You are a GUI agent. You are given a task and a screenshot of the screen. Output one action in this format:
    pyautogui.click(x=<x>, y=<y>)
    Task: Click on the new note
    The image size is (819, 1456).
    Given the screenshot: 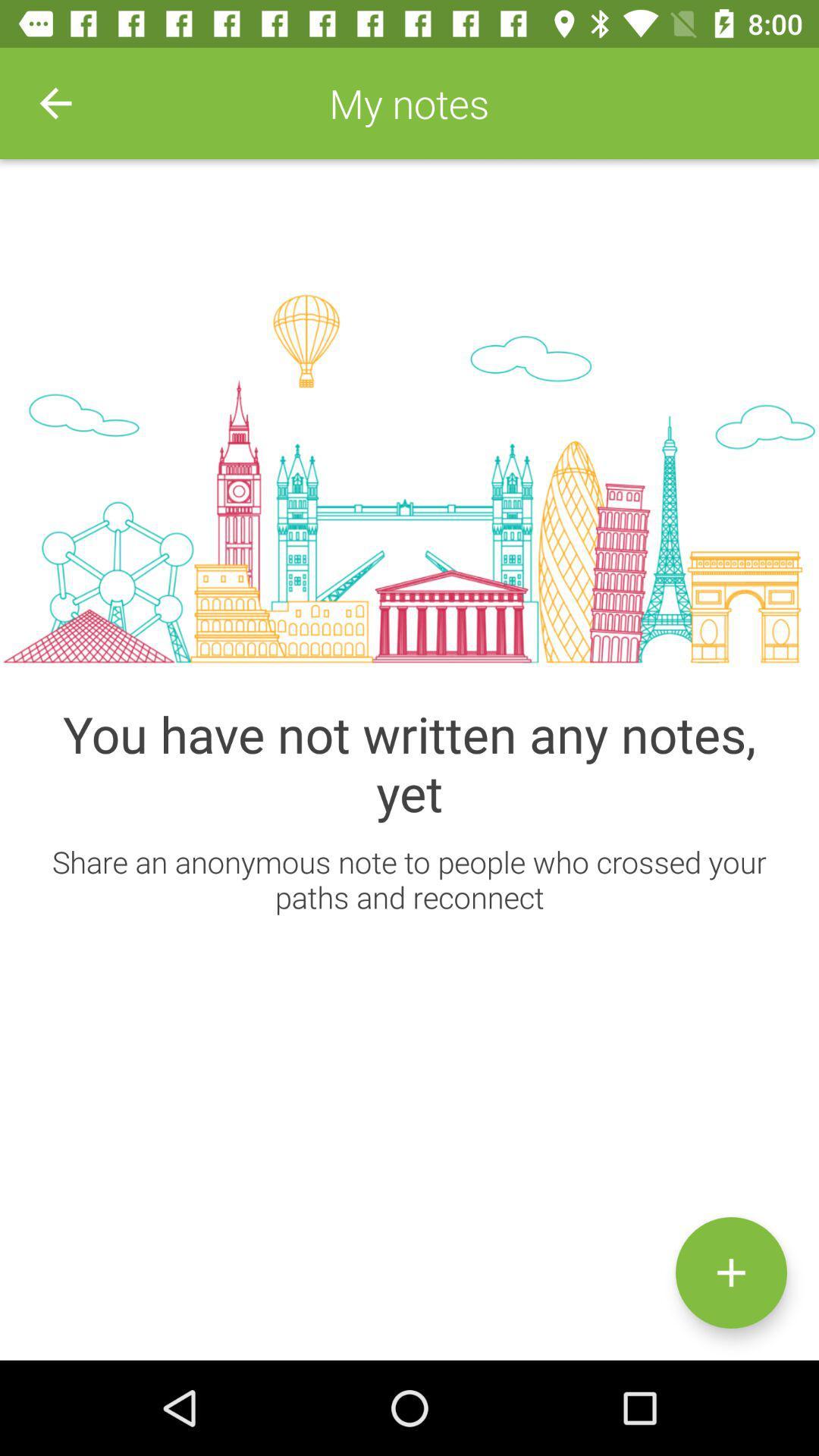 What is the action you would take?
    pyautogui.click(x=730, y=1272)
    